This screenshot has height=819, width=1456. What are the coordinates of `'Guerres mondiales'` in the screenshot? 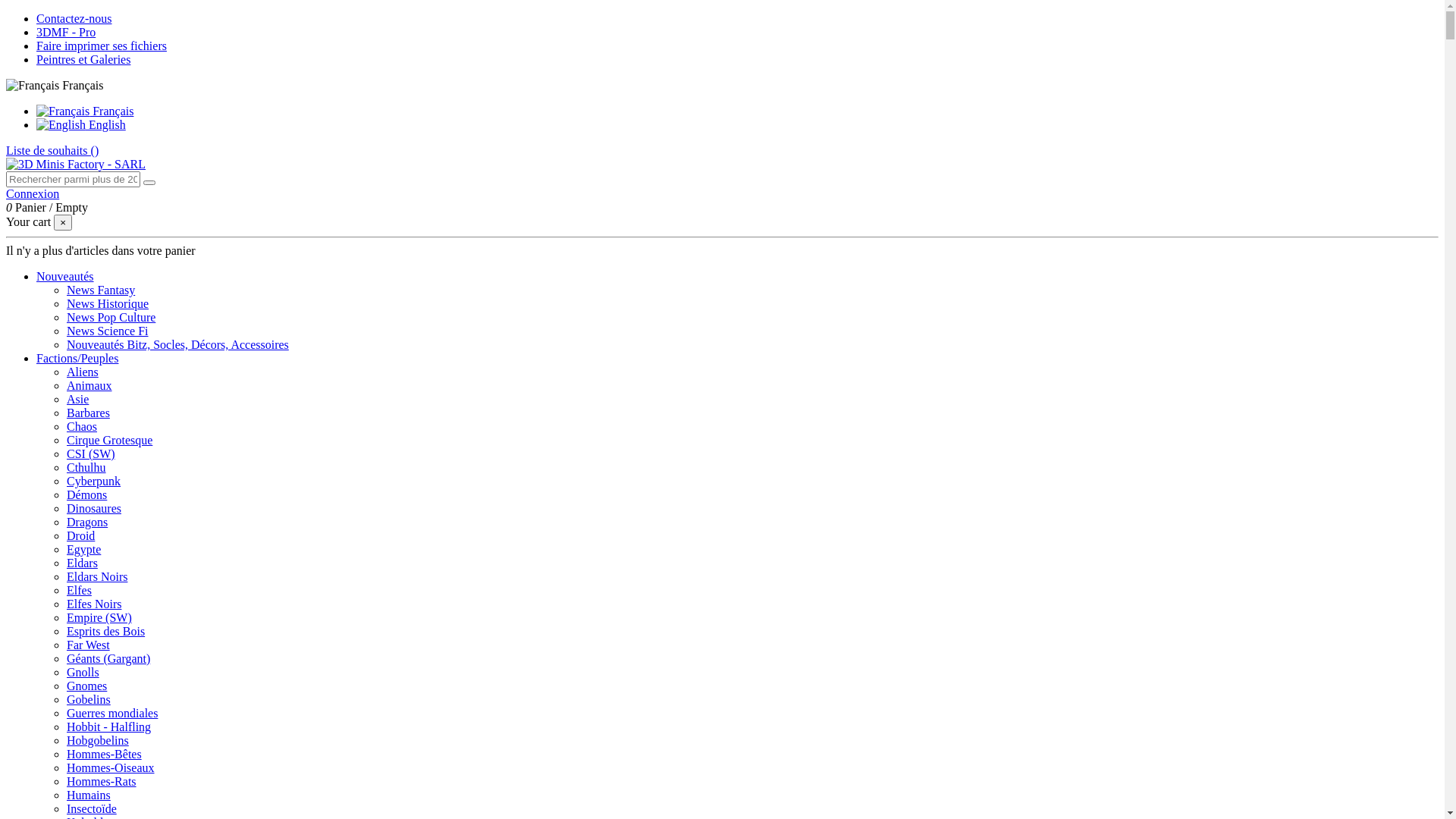 It's located at (111, 713).